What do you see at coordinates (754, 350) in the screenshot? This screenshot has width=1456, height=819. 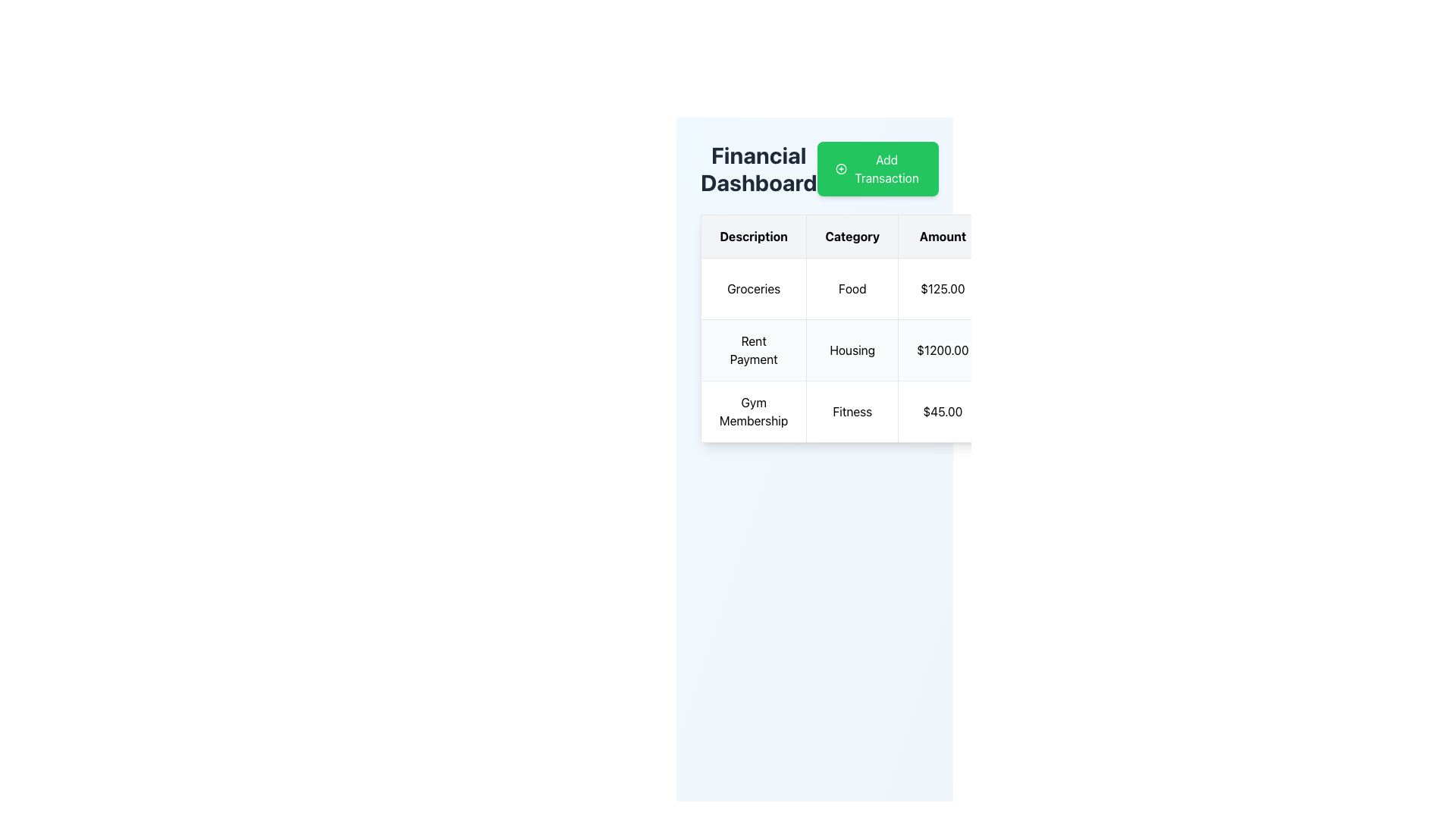 I see `information displayed in the text label that says 'Rent Payment', which is the first cell in the second row of the table under the Description column` at bounding box center [754, 350].